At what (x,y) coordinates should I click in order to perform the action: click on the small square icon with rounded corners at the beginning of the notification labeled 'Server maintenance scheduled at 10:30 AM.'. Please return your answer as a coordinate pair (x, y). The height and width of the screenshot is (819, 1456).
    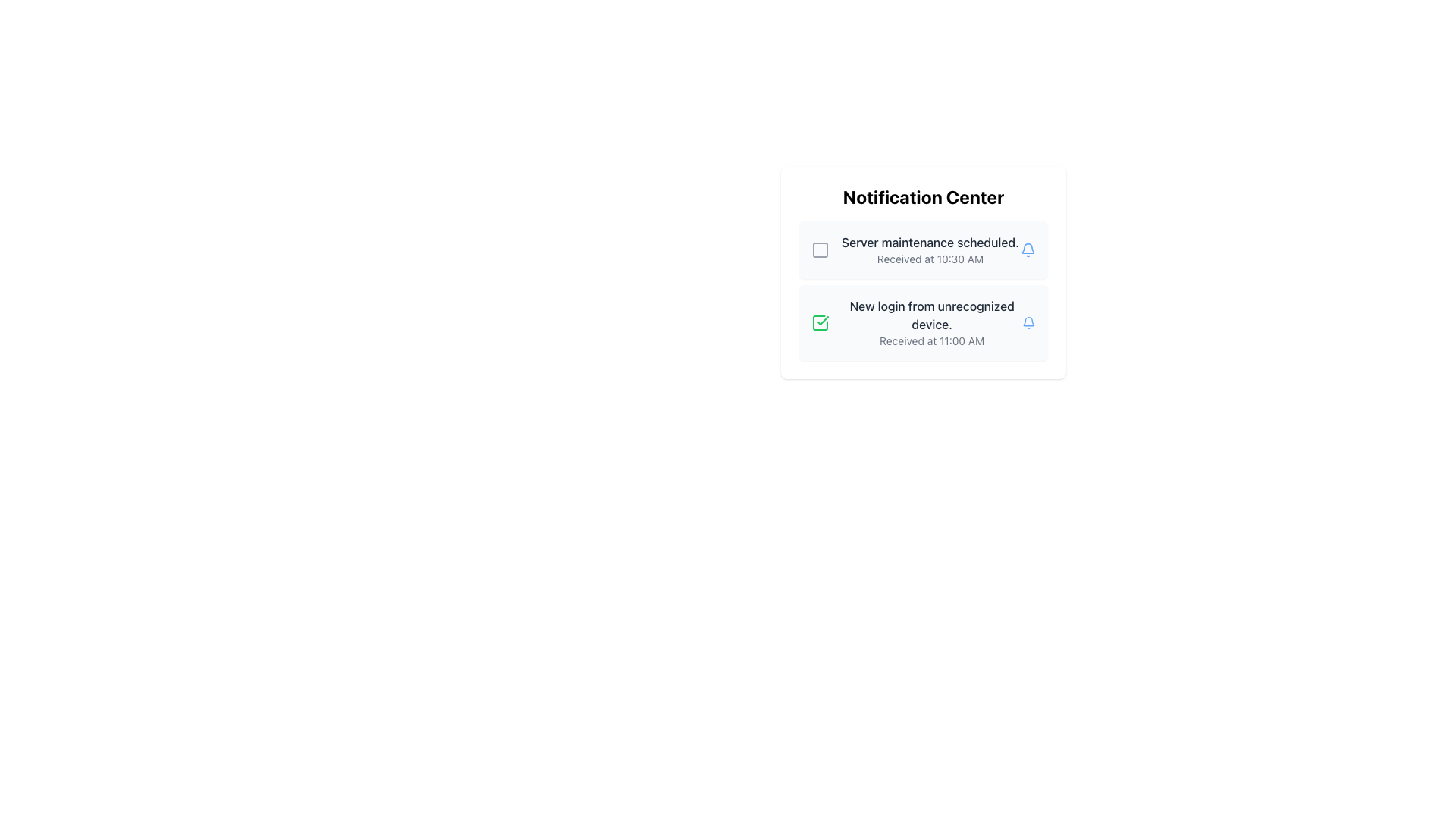
    Looking at the image, I should click on (819, 249).